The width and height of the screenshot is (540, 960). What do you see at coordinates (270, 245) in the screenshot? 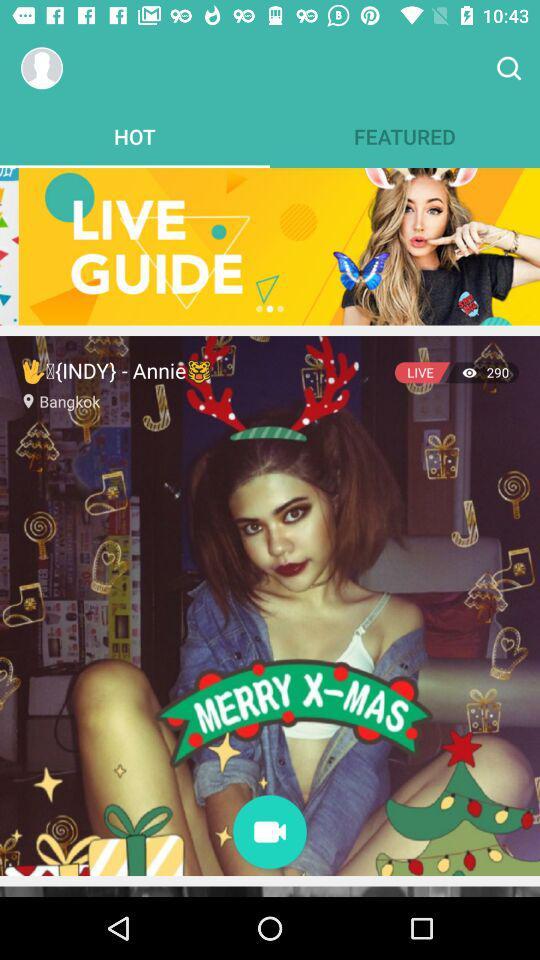
I see `item below the hot item` at bounding box center [270, 245].